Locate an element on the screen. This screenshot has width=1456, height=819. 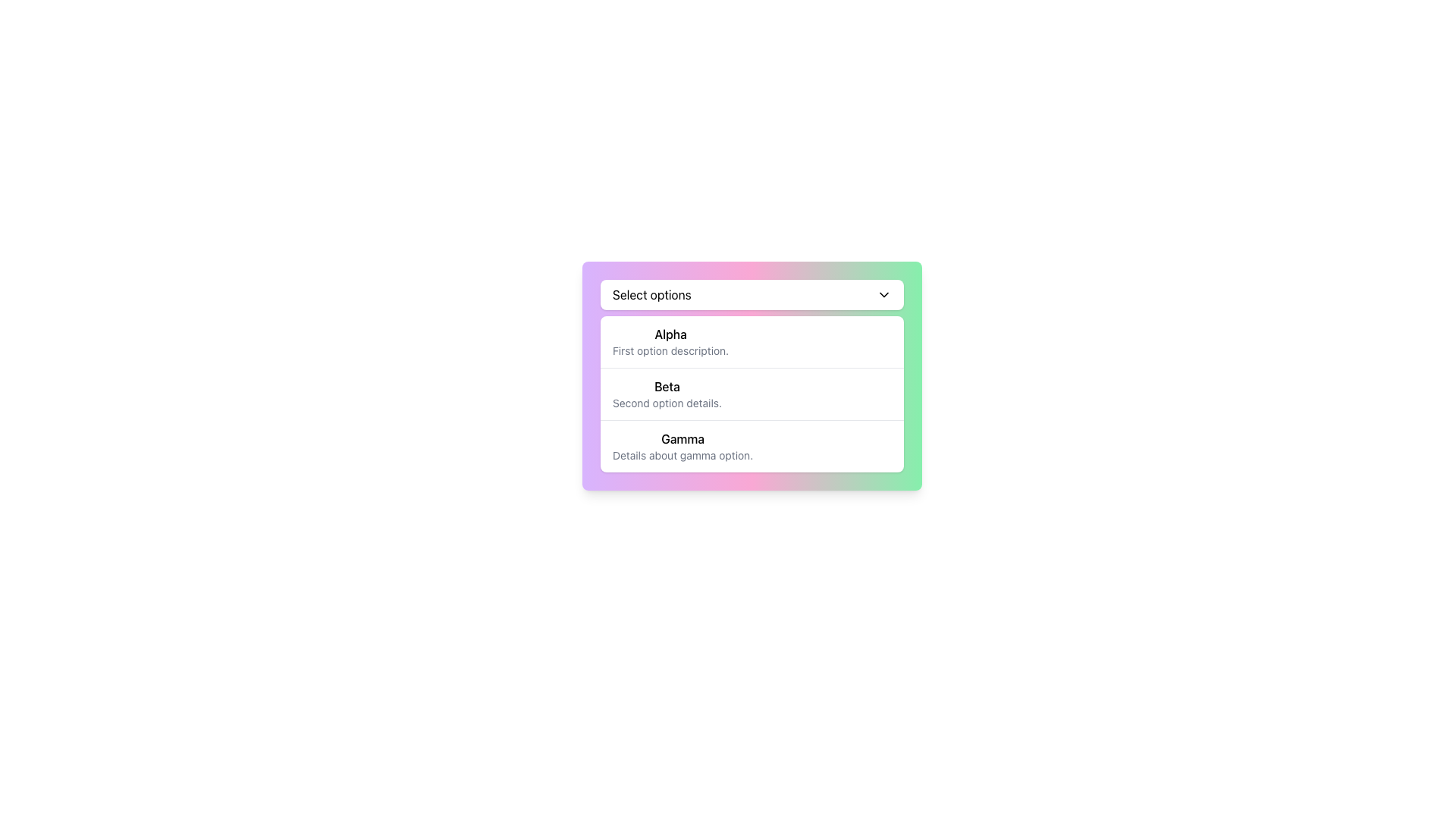
the selectable option labeled 'Alpha' in the dropdown menu is located at coordinates (670, 342).